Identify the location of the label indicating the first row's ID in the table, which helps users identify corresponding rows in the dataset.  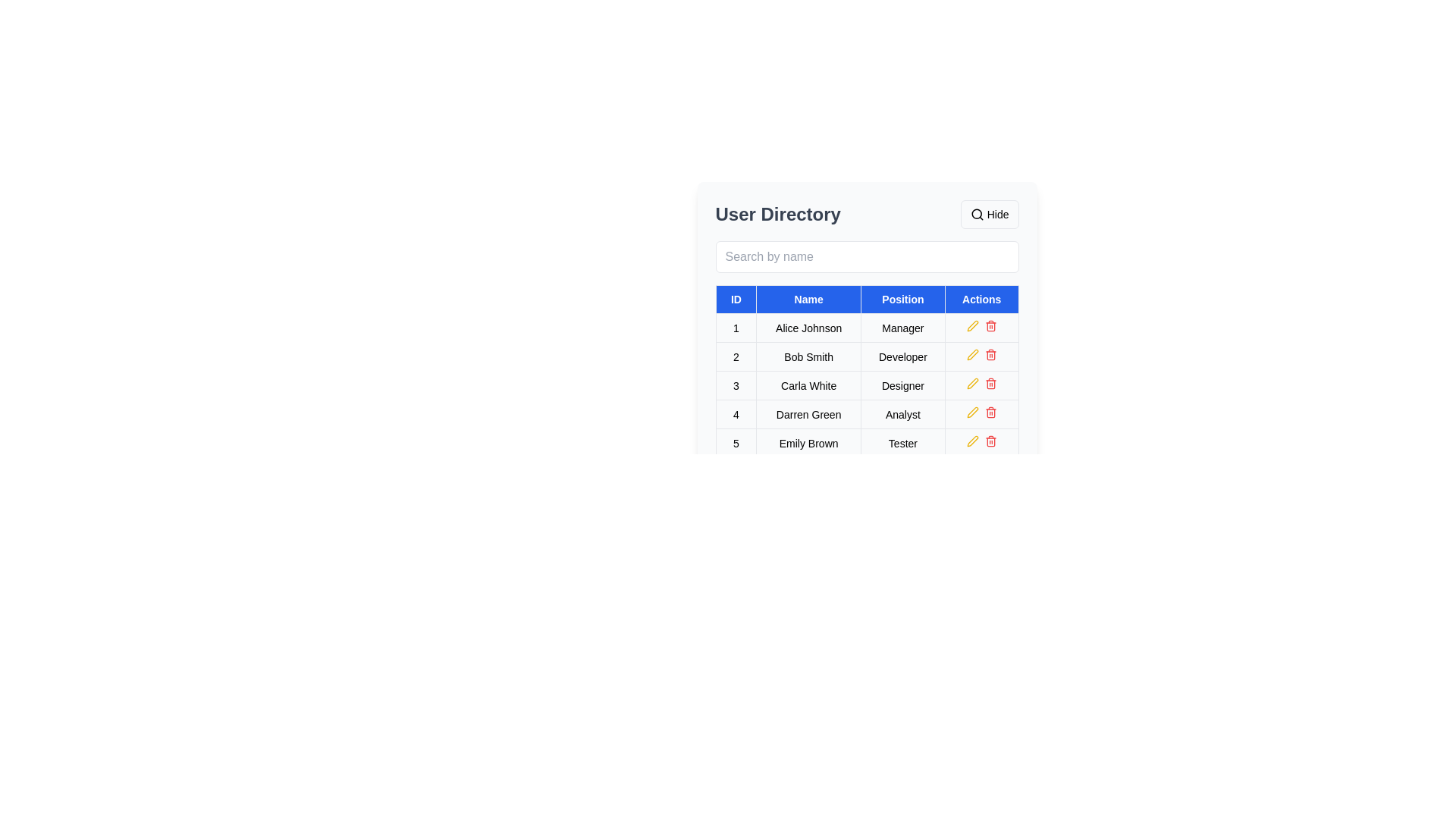
(736, 327).